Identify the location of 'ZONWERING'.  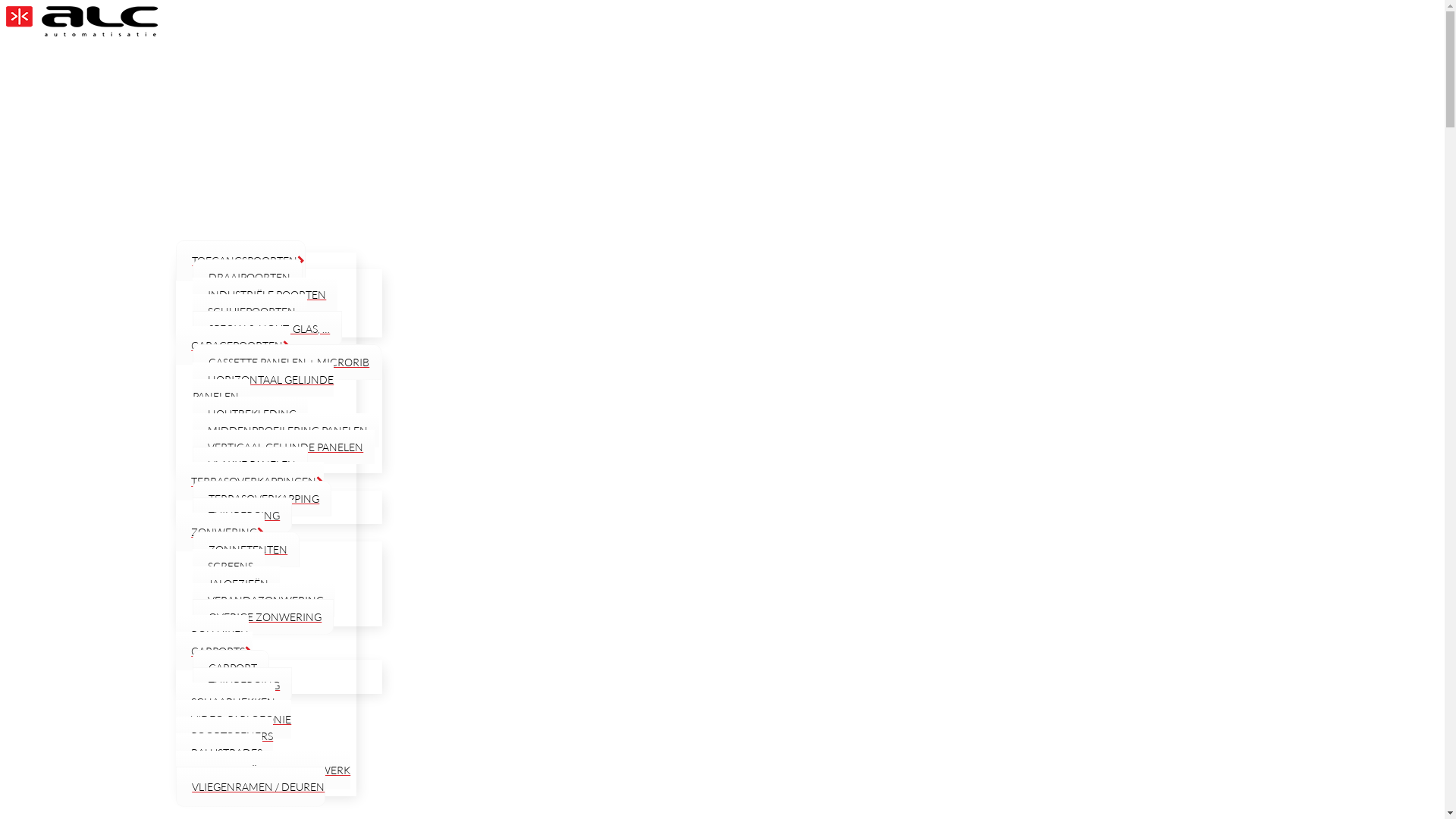
(175, 531).